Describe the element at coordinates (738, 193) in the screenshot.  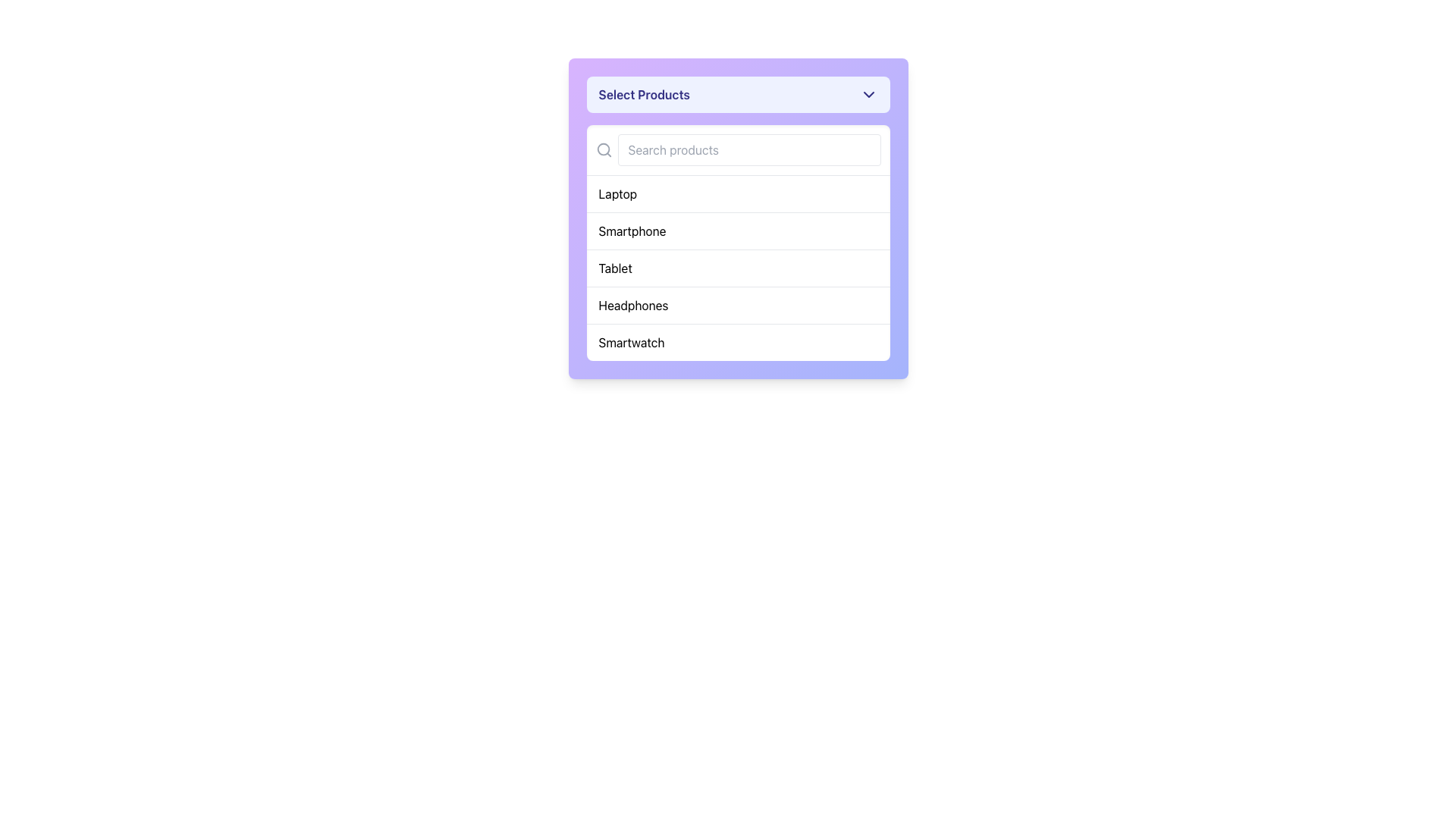
I see `the topmost list item displaying the word 'Laptop' in the product categories menu` at that location.